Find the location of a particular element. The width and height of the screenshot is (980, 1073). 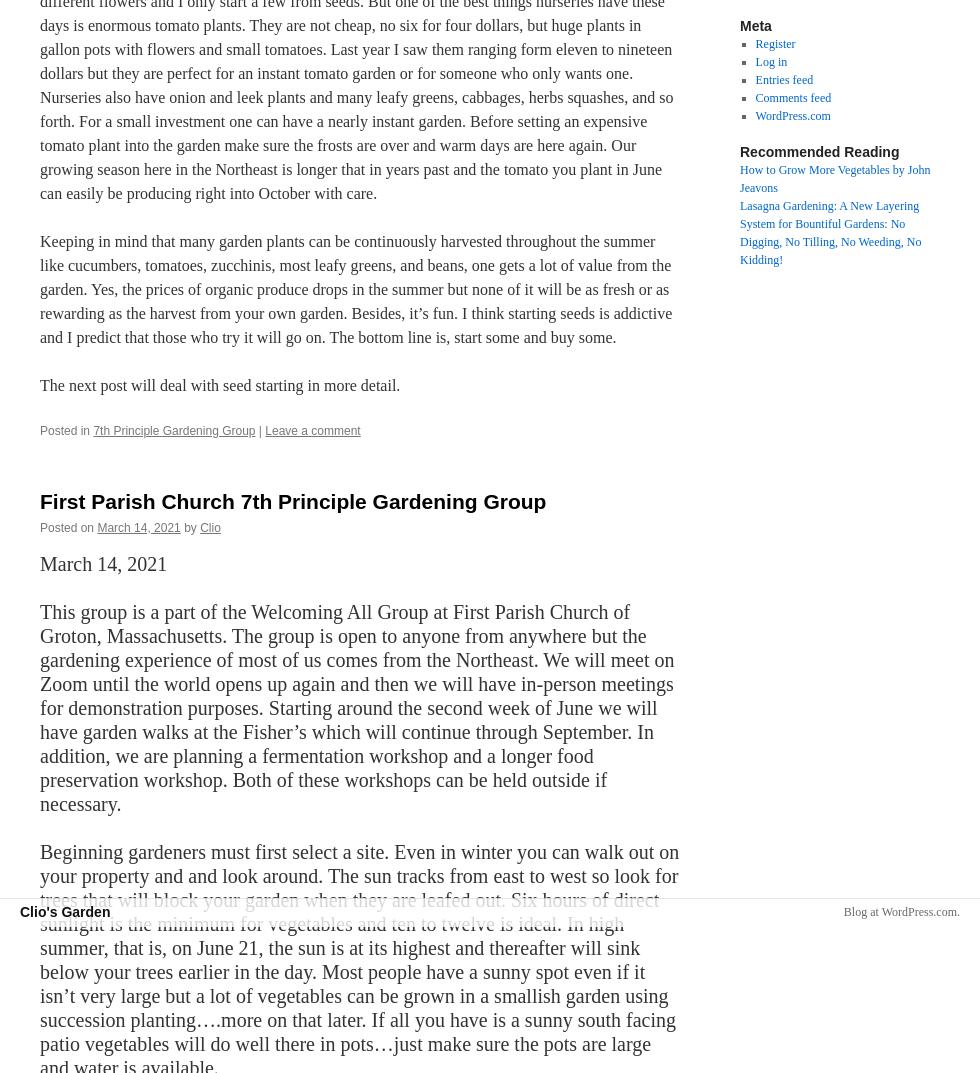

'7th Principle Gardening Group' is located at coordinates (174, 431).